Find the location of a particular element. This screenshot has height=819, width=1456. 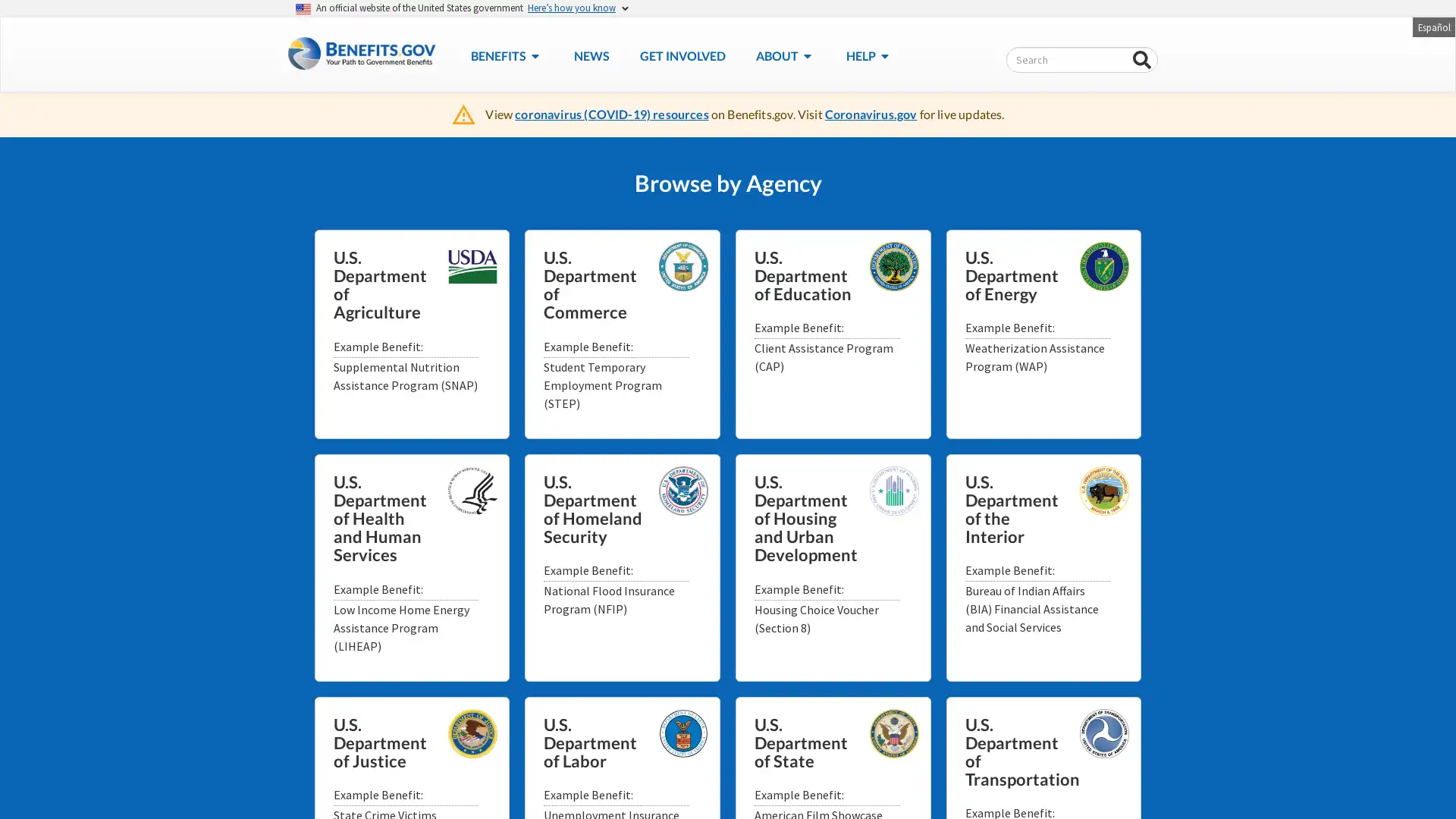

GET INVOLVED is located at coordinates (681, 55).